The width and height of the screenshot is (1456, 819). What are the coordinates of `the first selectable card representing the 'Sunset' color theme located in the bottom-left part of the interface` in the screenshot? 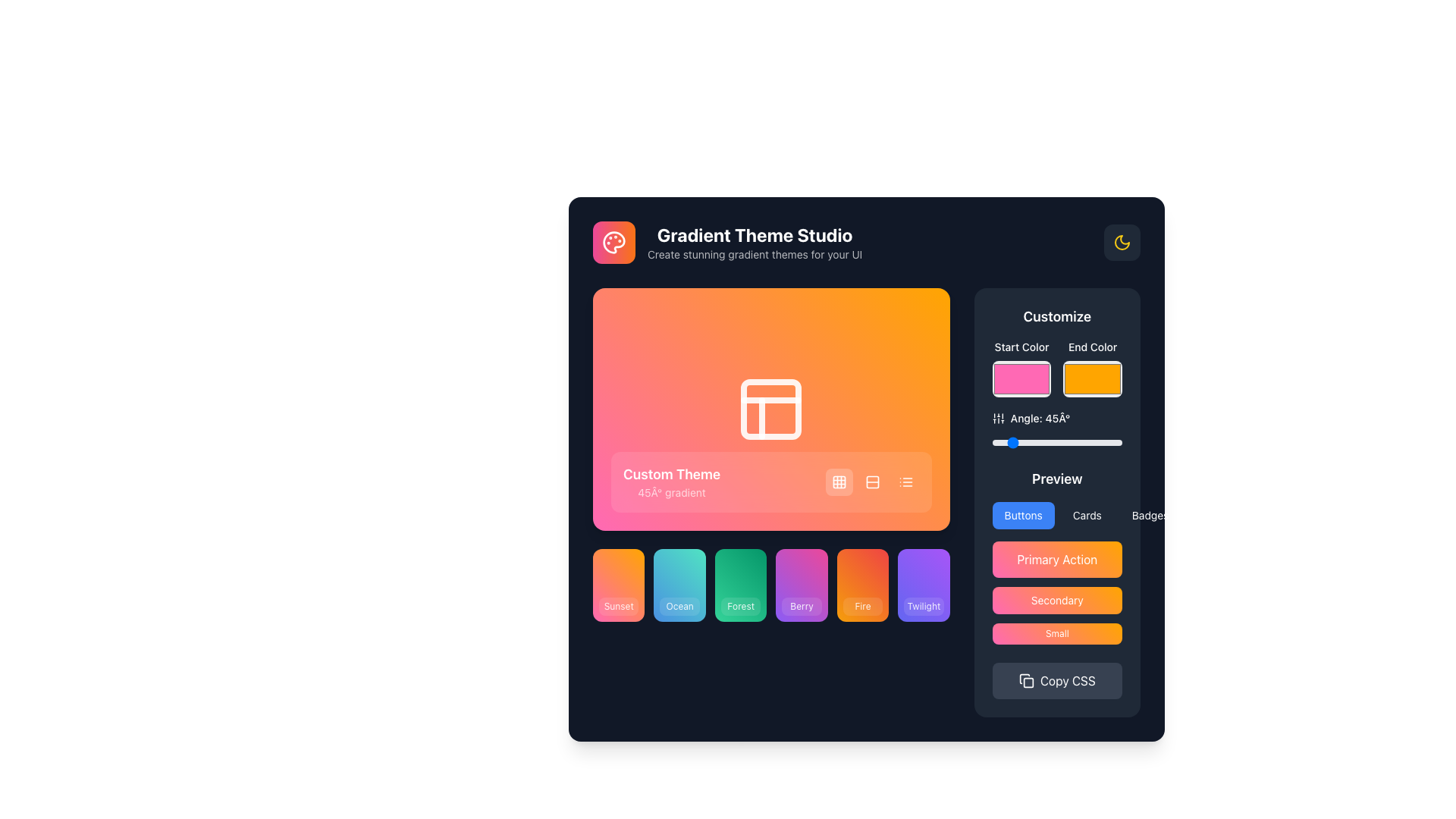 It's located at (619, 584).